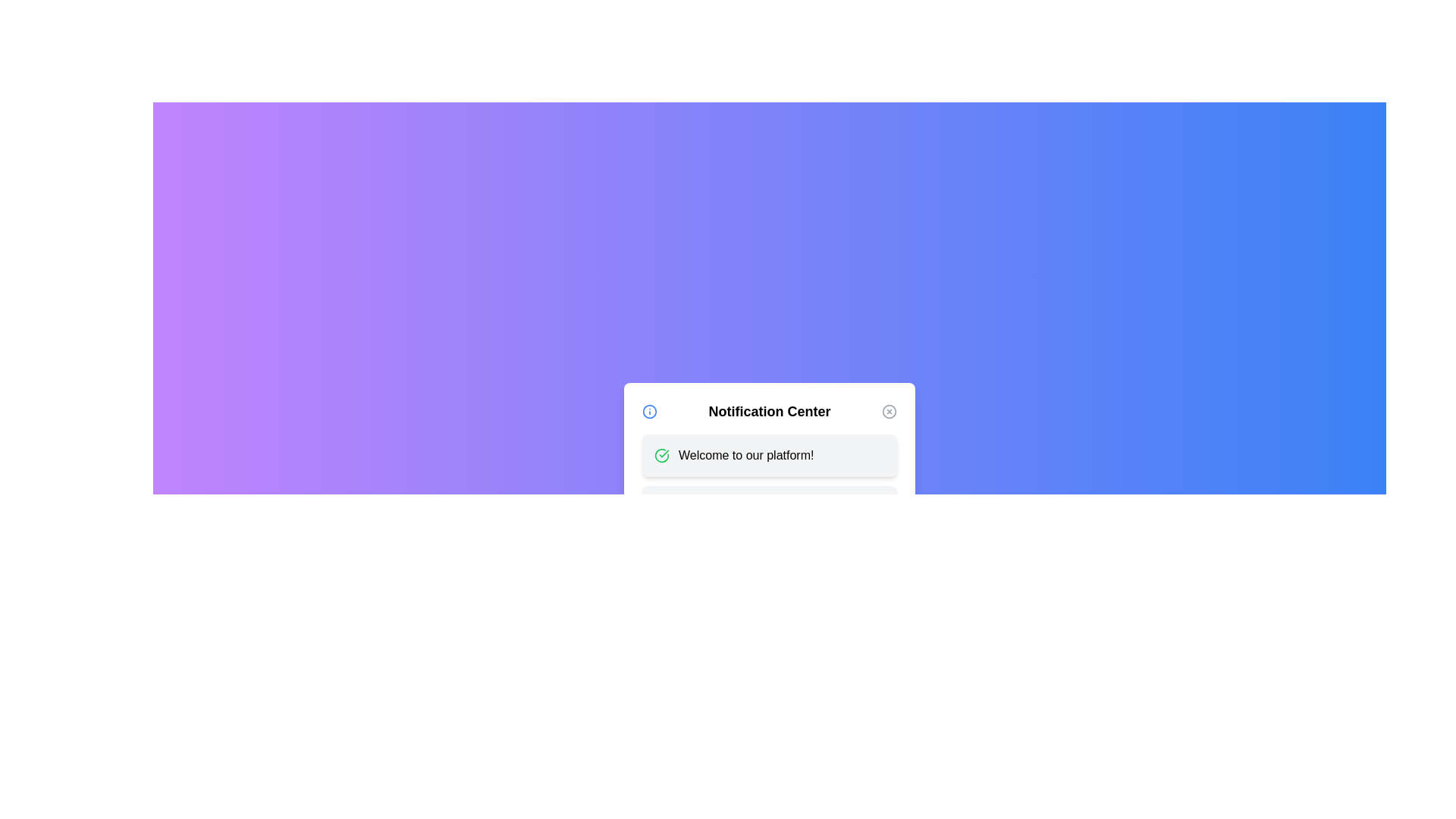  What do you see at coordinates (662, 455) in the screenshot?
I see `the circular icon with a green checkmark on a white background located next to the message 'Welcome to our platform!'` at bounding box center [662, 455].